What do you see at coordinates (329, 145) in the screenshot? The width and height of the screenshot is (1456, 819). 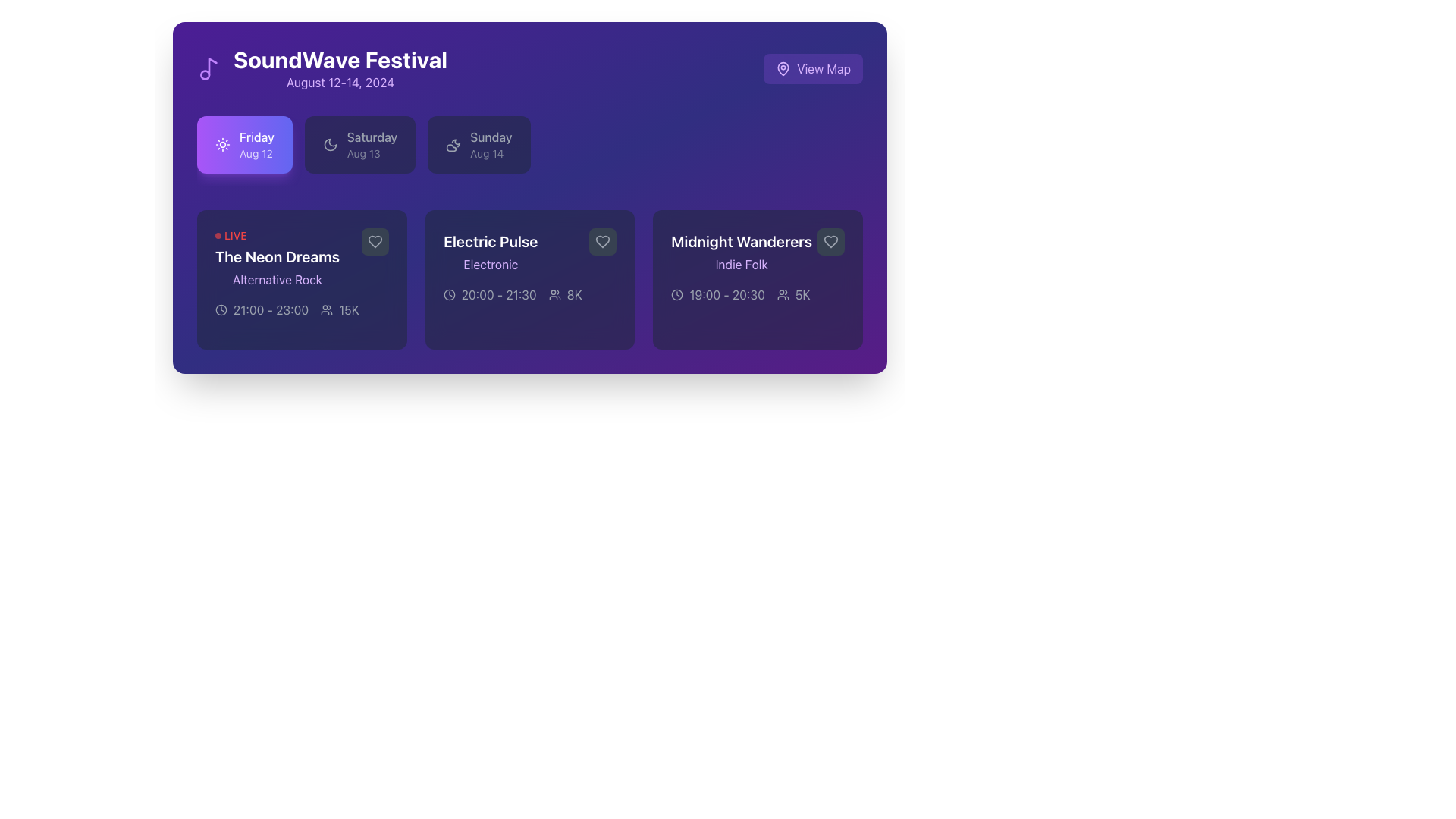 I see `the crescent moon SVG icon located near the top-right corner of the 'Friday Aug 12' button` at bounding box center [329, 145].